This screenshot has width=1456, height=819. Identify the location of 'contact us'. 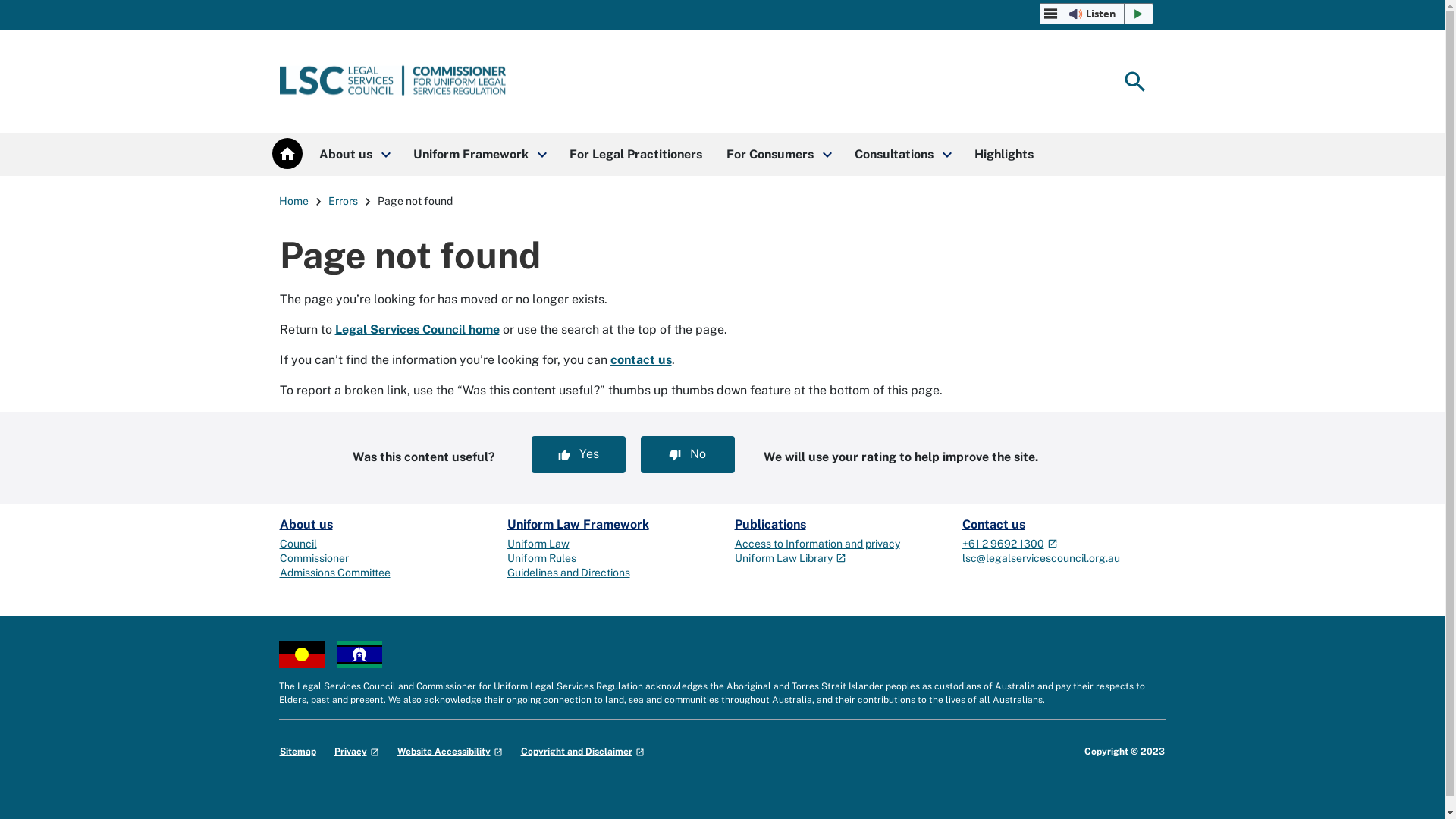
(640, 359).